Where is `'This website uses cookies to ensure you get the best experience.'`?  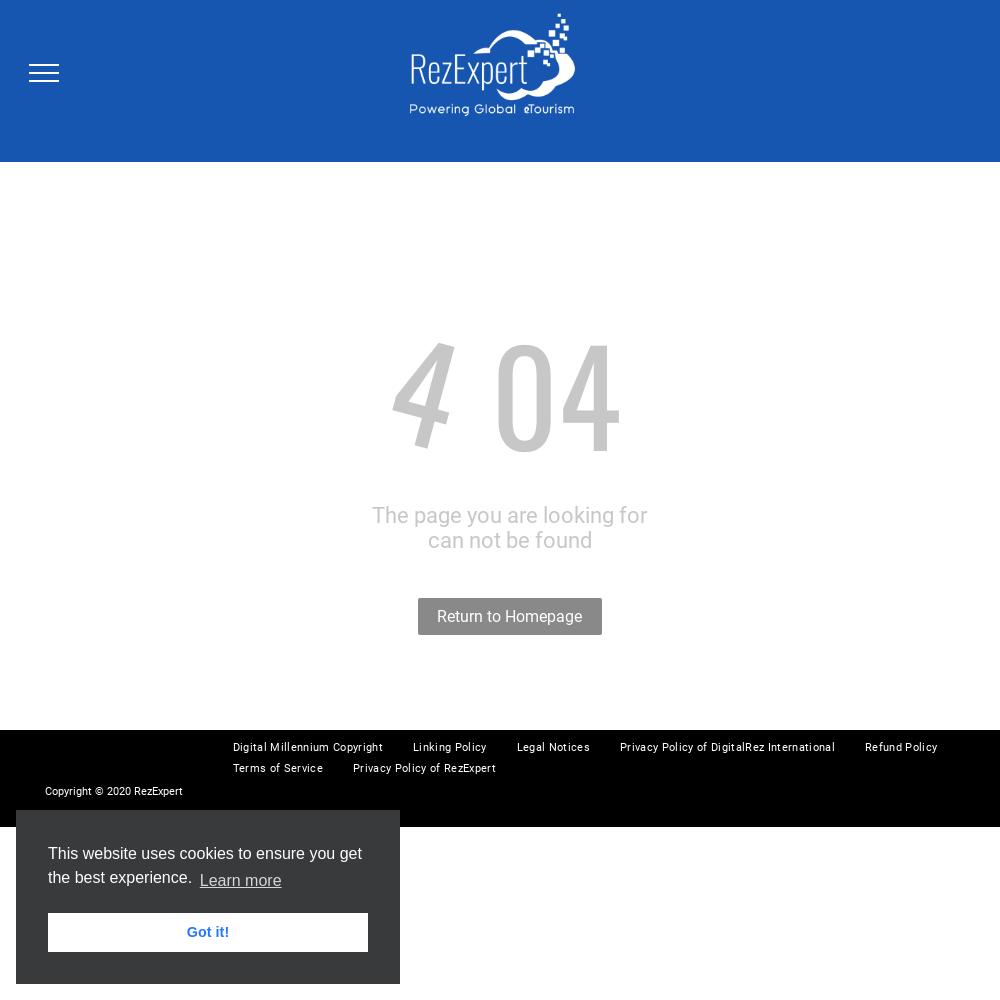
'This website uses cookies to ensure you get the best experience.' is located at coordinates (48, 864).